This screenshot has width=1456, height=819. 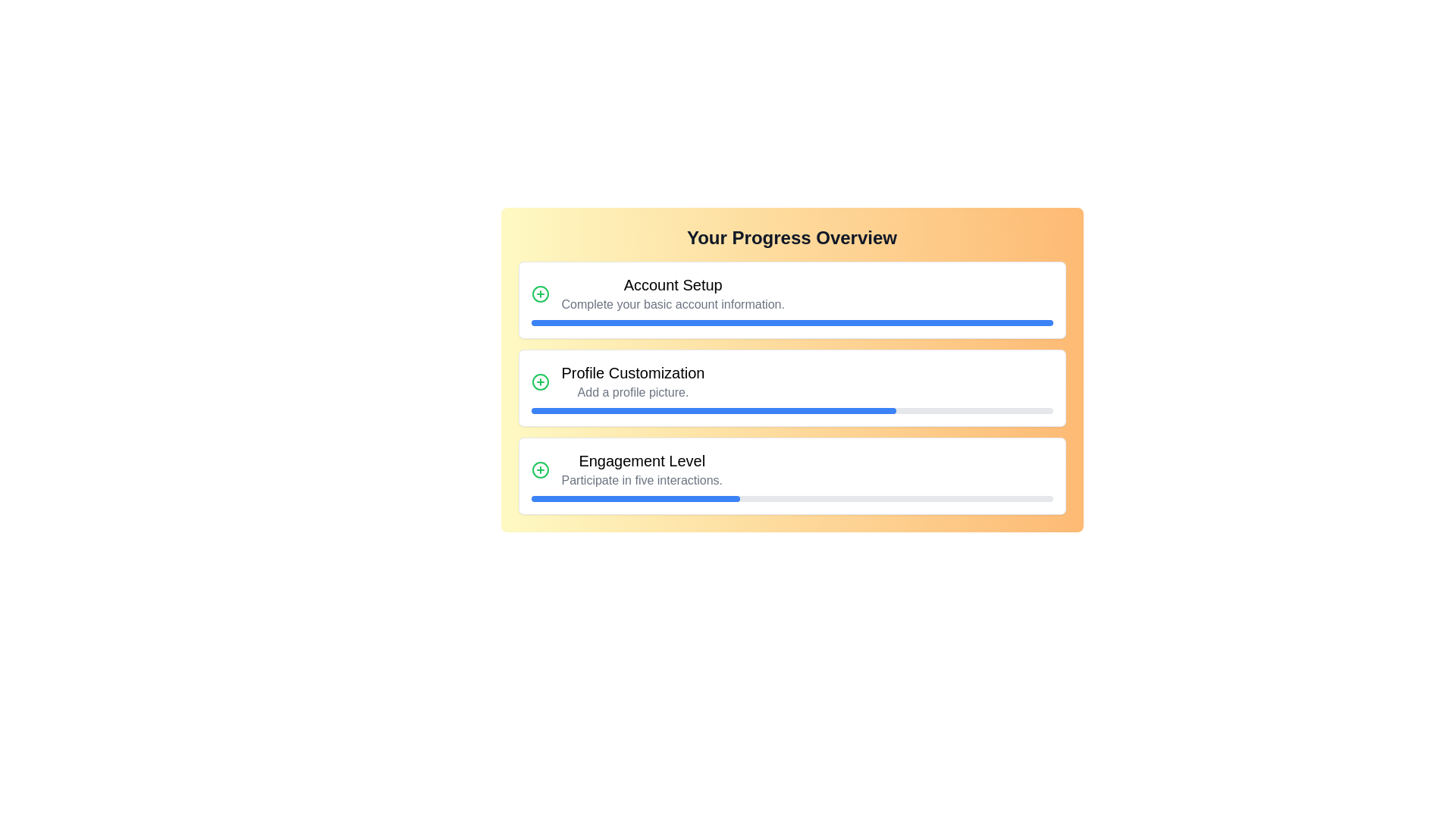 What do you see at coordinates (633, 381) in the screenshot?
I see `descriptive label in the progress-tracking interface that informs the user about the 'Profile Customization' task and adding a profile picture, located beneath the 'Account Setup' section` at bounding box center [633, 381].